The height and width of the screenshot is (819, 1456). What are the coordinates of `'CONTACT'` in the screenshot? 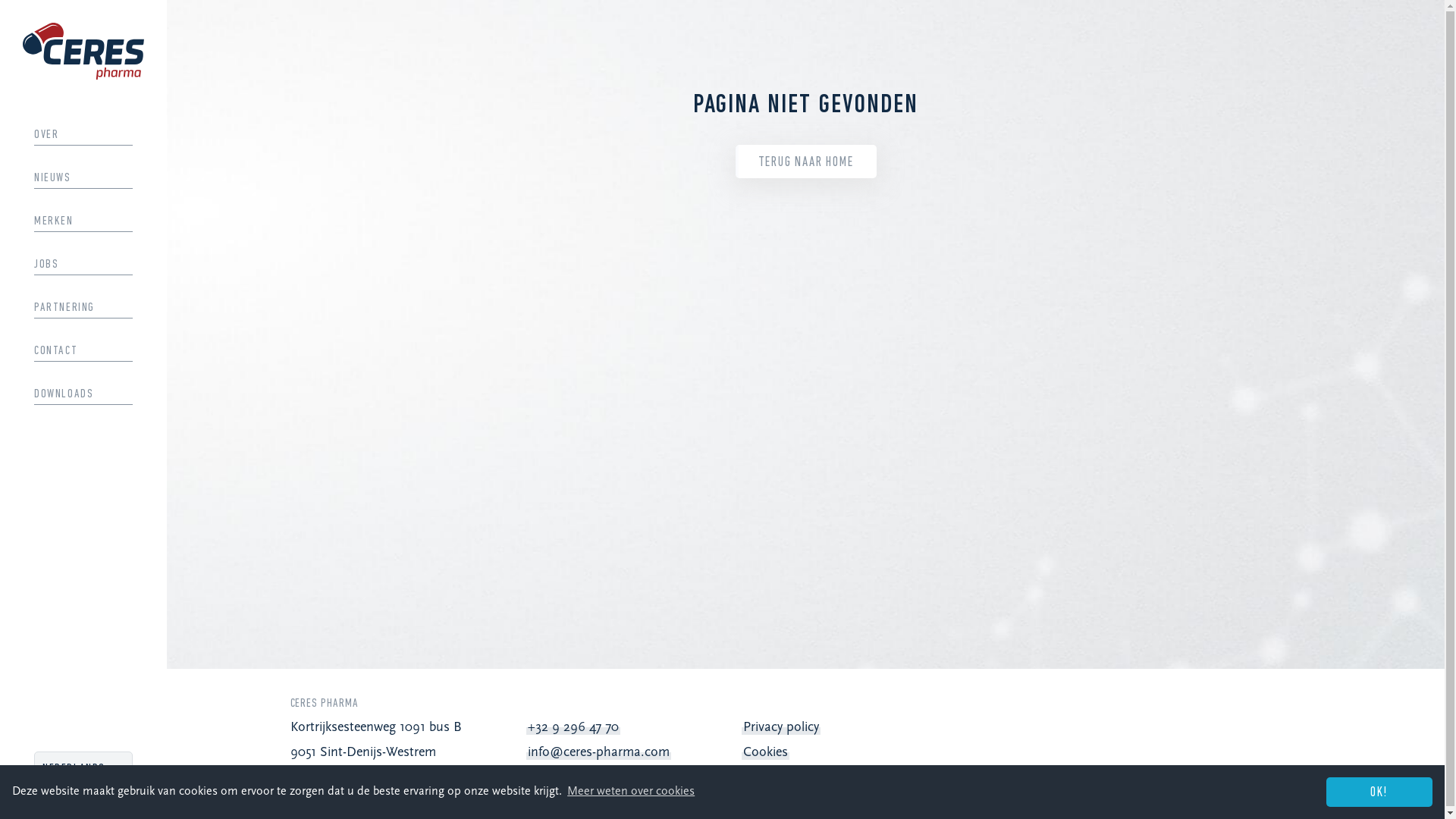 It's located at (83, 350).